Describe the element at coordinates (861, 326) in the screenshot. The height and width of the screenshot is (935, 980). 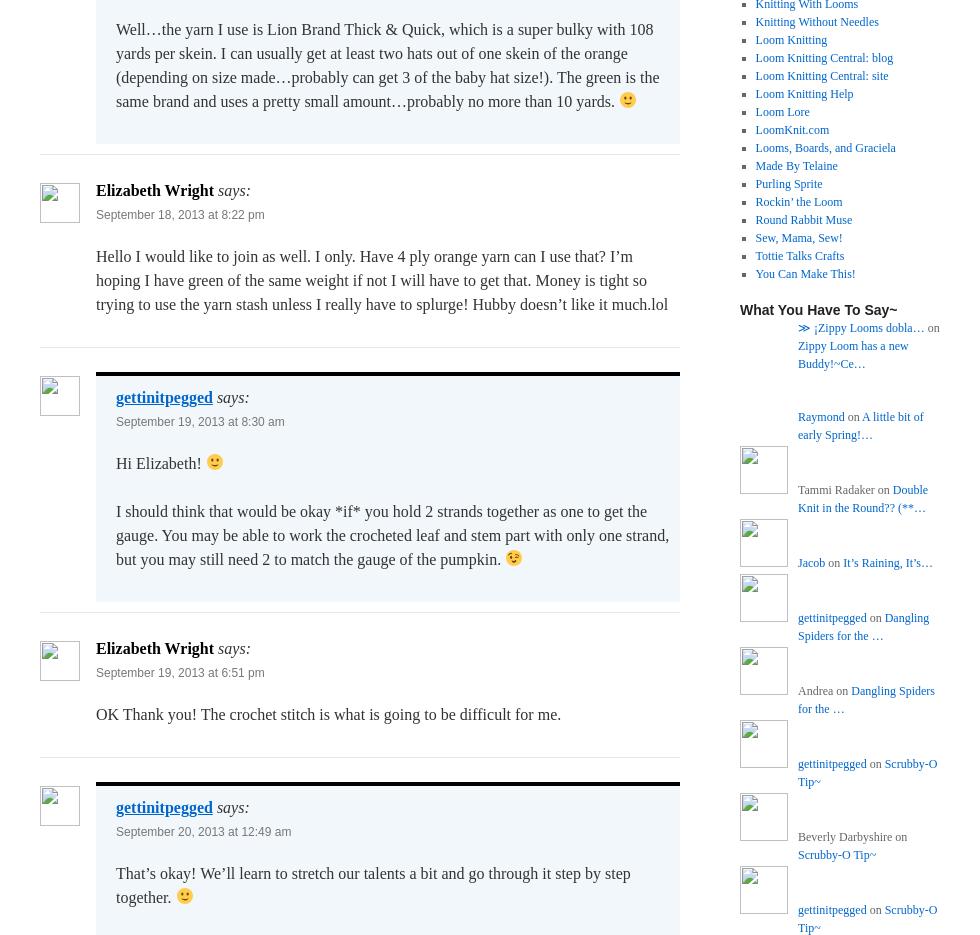
I see `'≫ ¡Zippy Looms dobla…'` at that location.